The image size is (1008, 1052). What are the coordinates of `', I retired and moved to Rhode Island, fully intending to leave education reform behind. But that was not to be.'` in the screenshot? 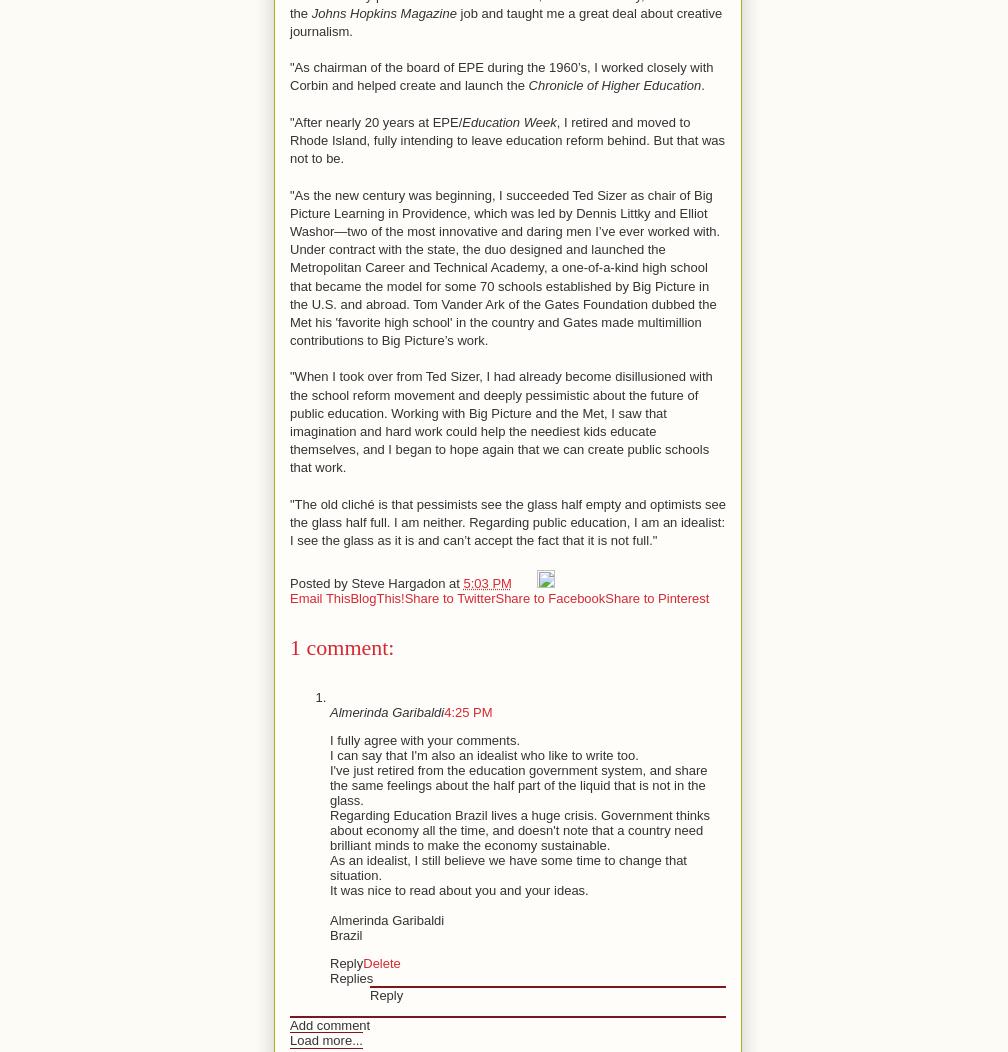 It's located at (507, 139).